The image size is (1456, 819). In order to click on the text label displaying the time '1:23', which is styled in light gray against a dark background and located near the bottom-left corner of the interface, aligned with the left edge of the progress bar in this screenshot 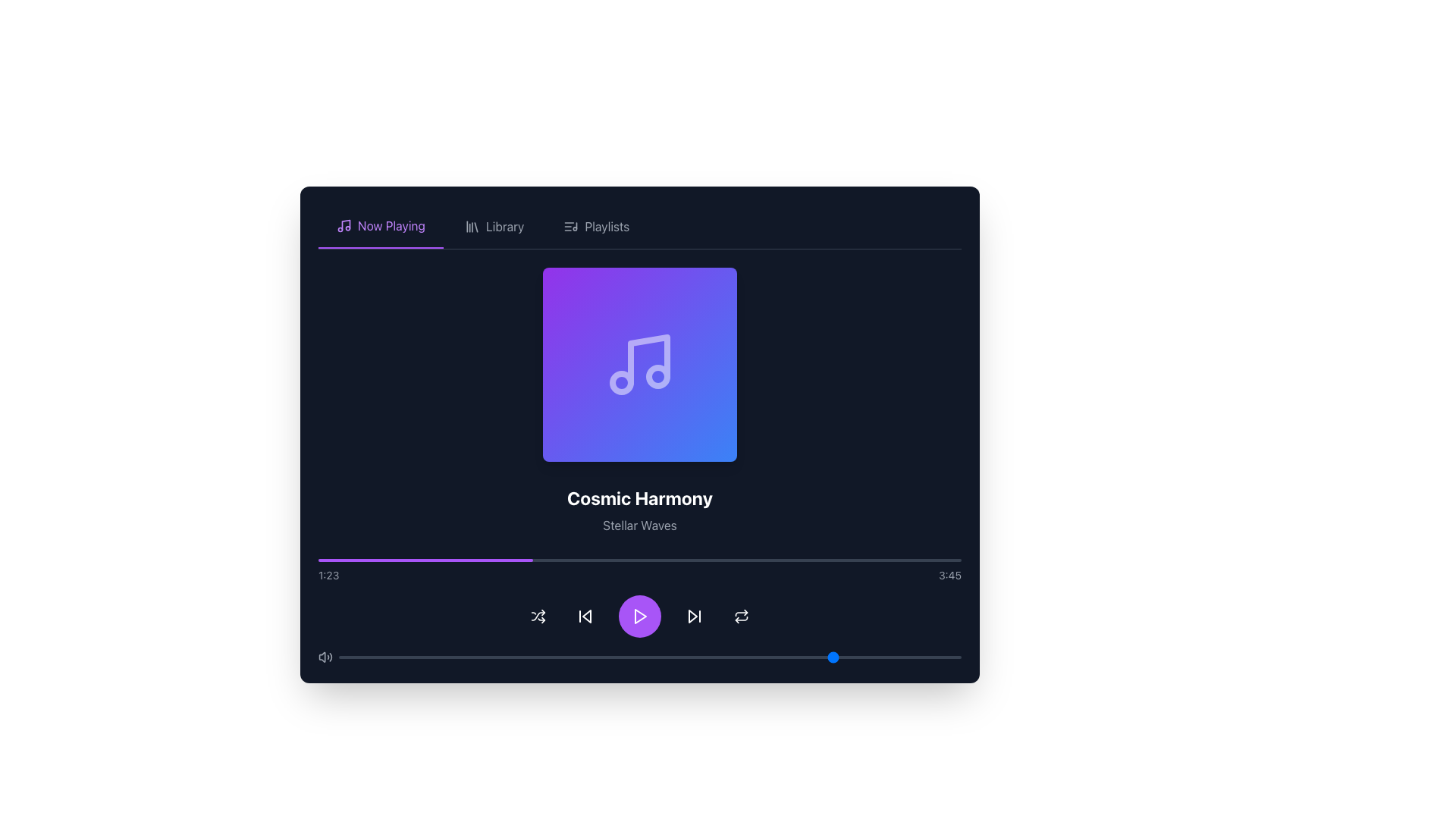, I will do `click(328, 576)`.